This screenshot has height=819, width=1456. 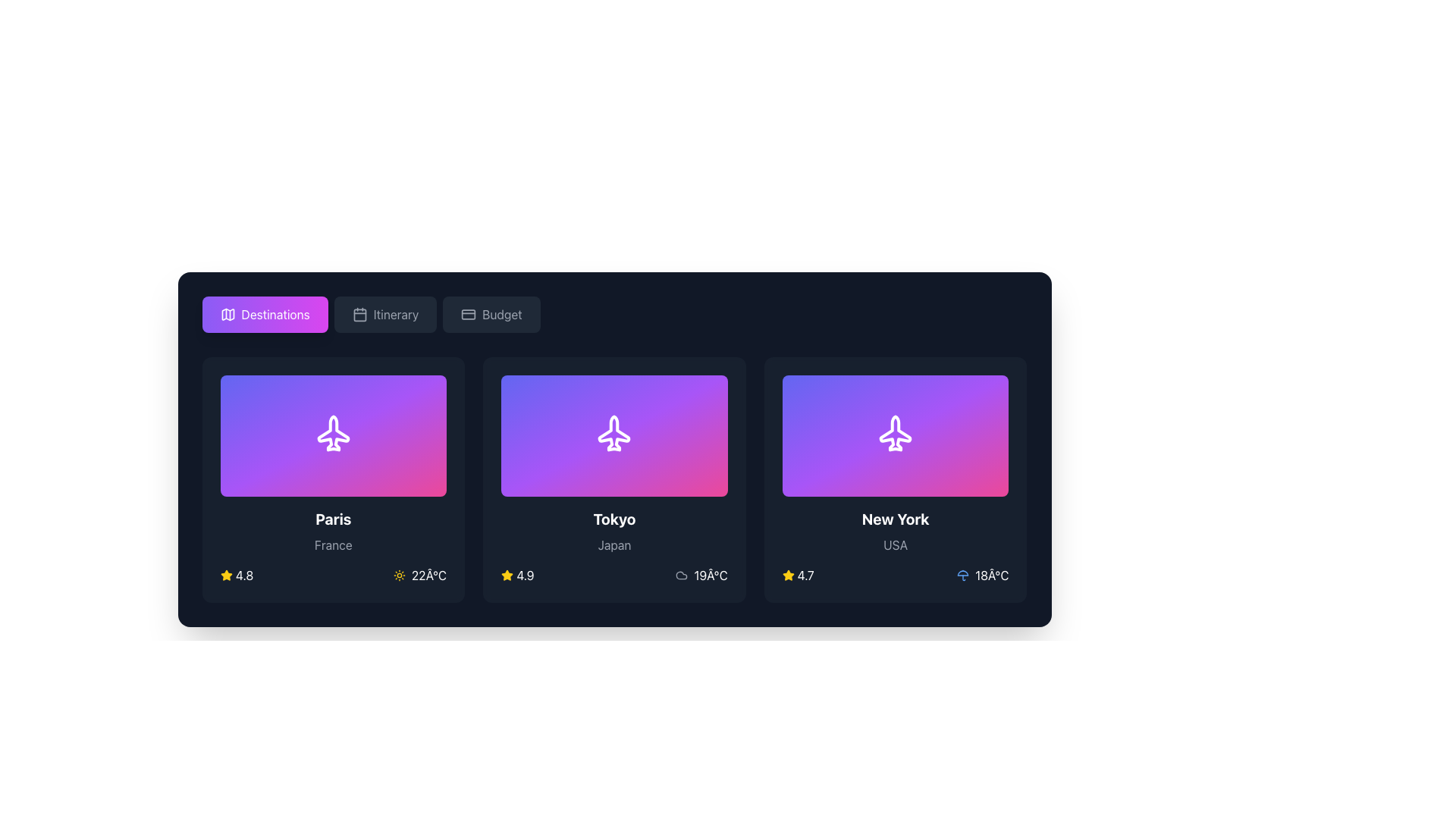 I want to click on the stylized cloud icon located at the bottom-right of the 'Tokyo' weather card, so click(x=681, y=576).